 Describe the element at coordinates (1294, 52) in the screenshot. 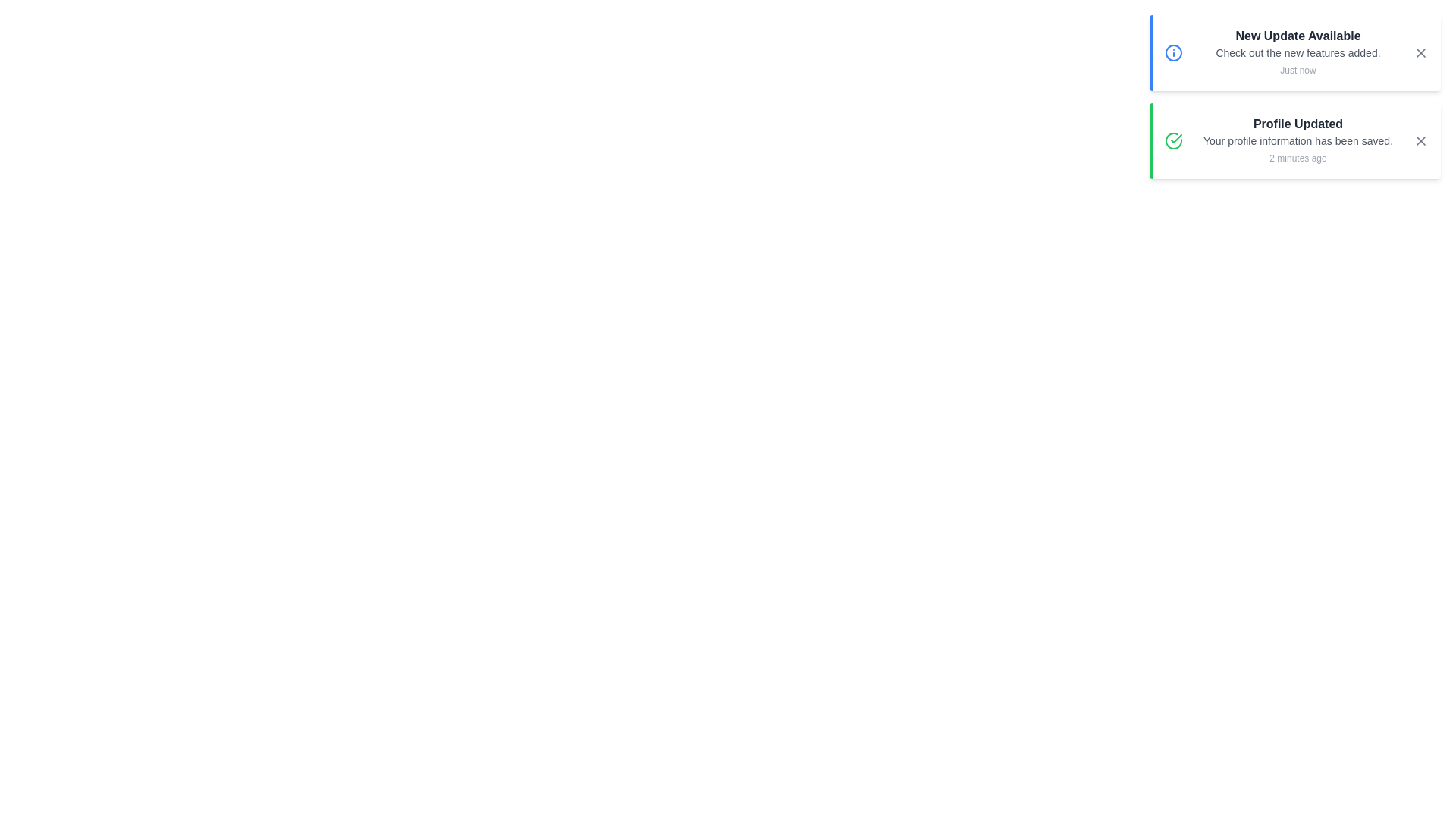

I see `the notification to read its content` at that location.